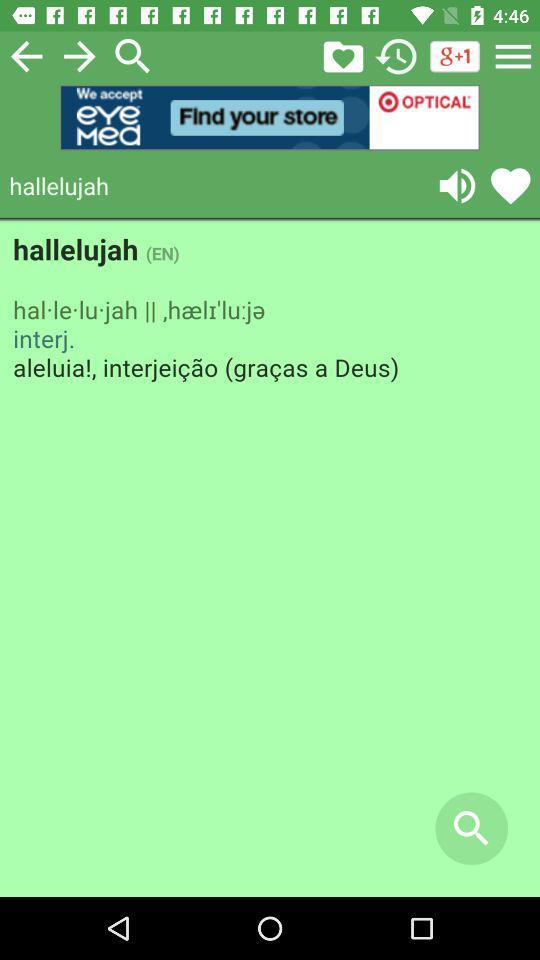 The image size is (540, 960). Describe the element at coordinates (342, 55) in the screenshot. I see `to favourites` at that location.